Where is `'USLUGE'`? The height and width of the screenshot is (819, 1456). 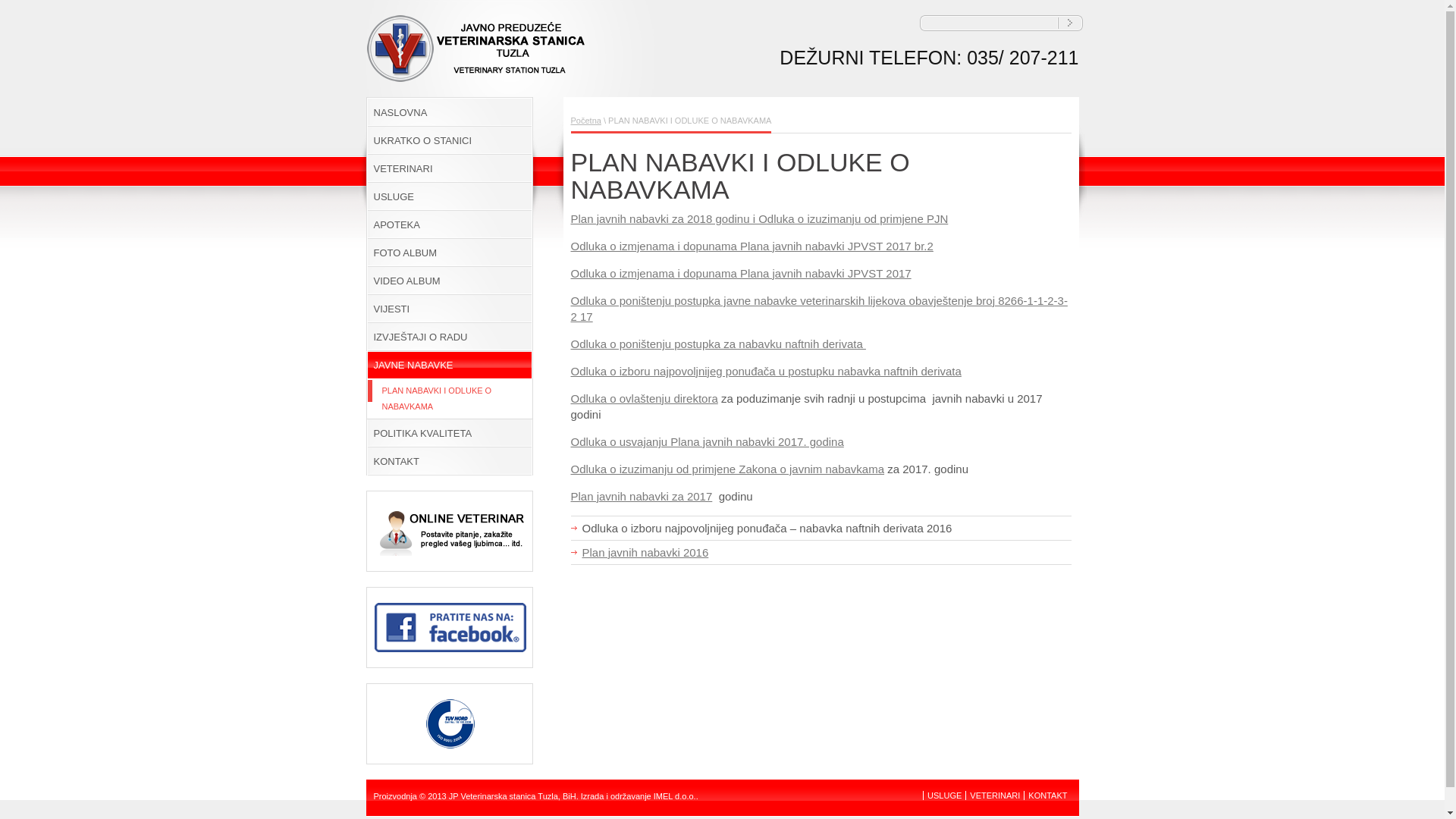 'USLUGE' is located at coordinates (365, 196).